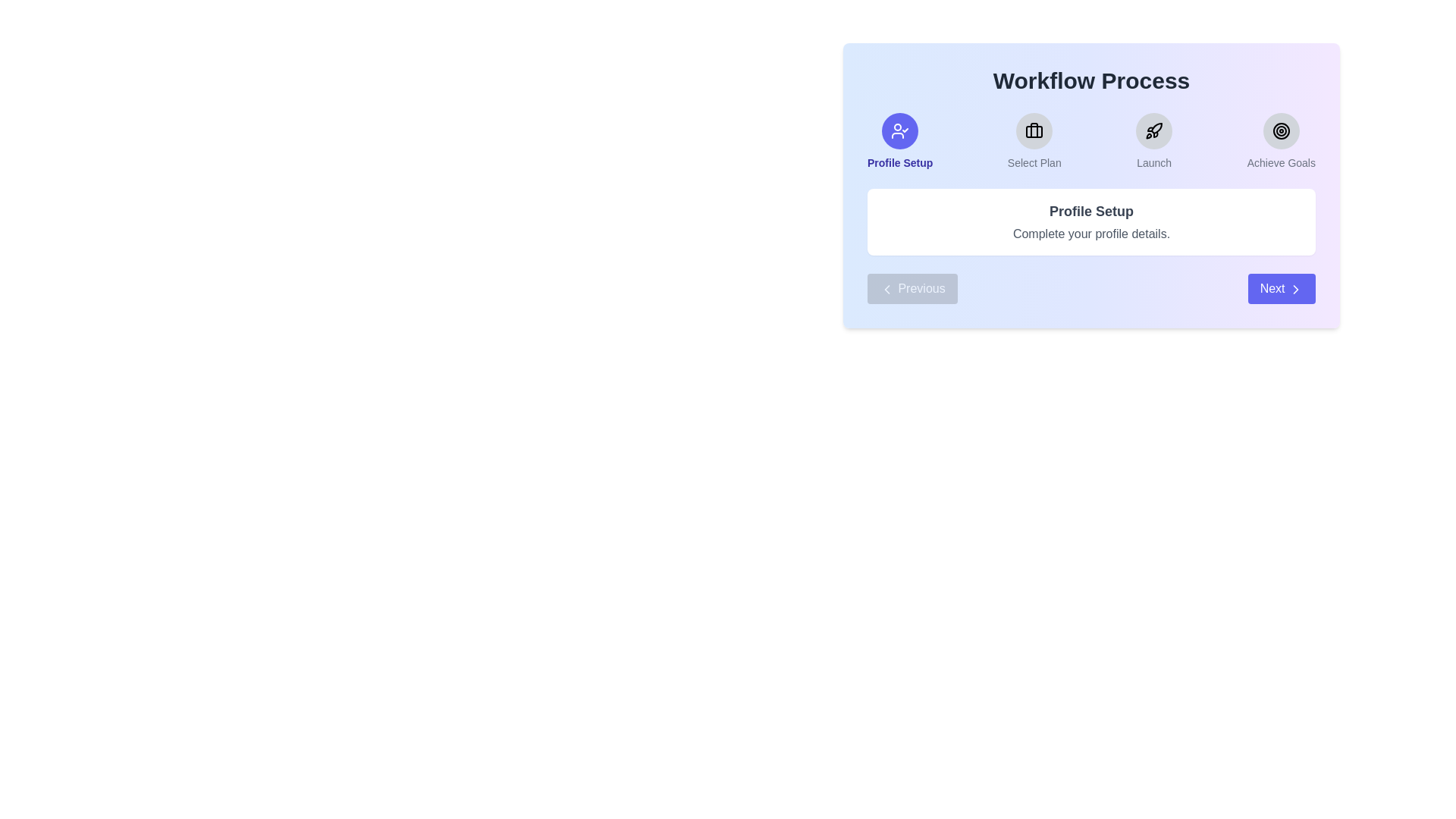 The width and height of the screenshot is (1456, 819). What do you see at coordinates (900, 130) in the screenshot?
I see `the Profile Setup step icon to view its details` at bounding box center [900, 130].